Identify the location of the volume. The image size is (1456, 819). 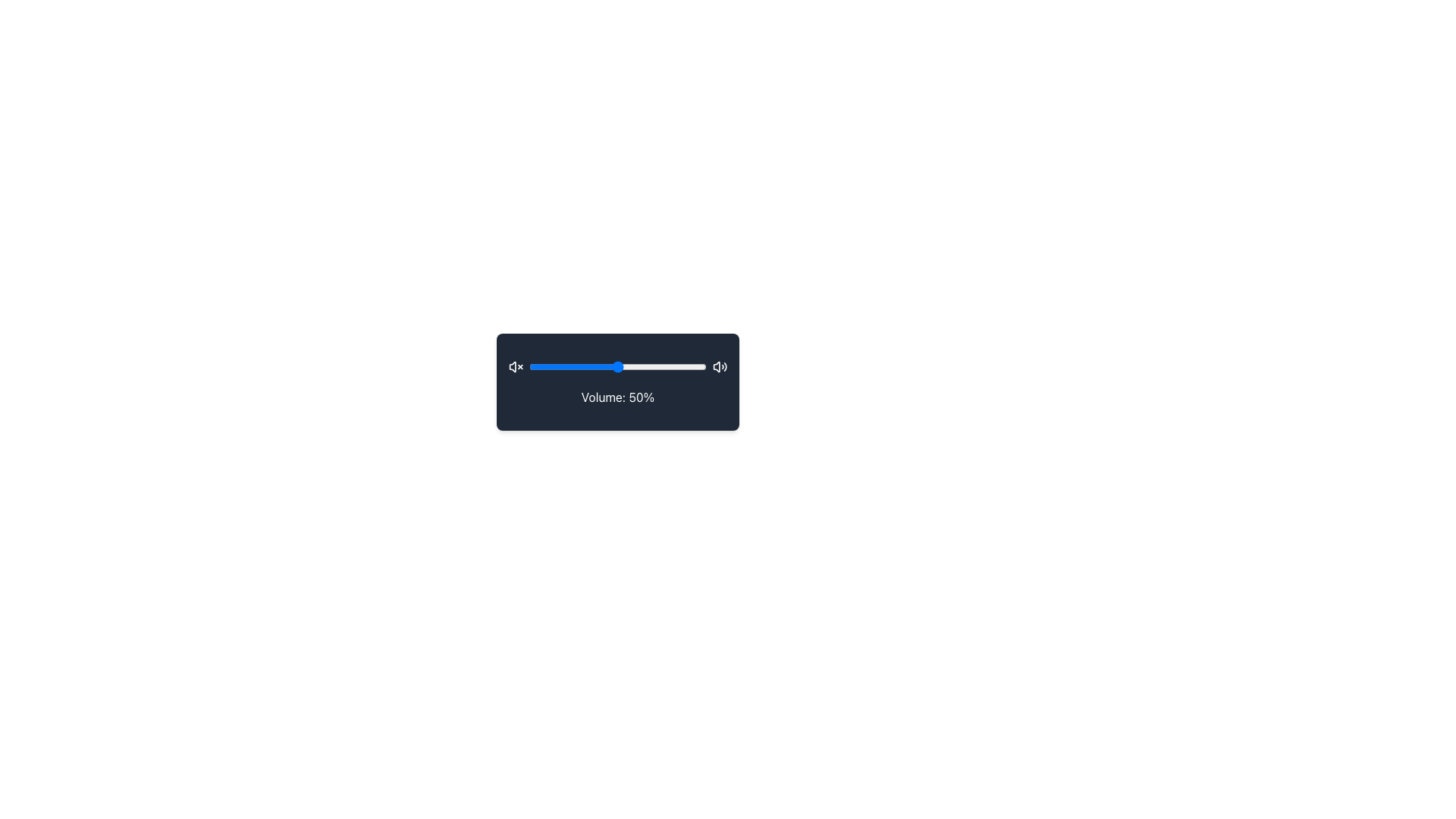
(591, 366).